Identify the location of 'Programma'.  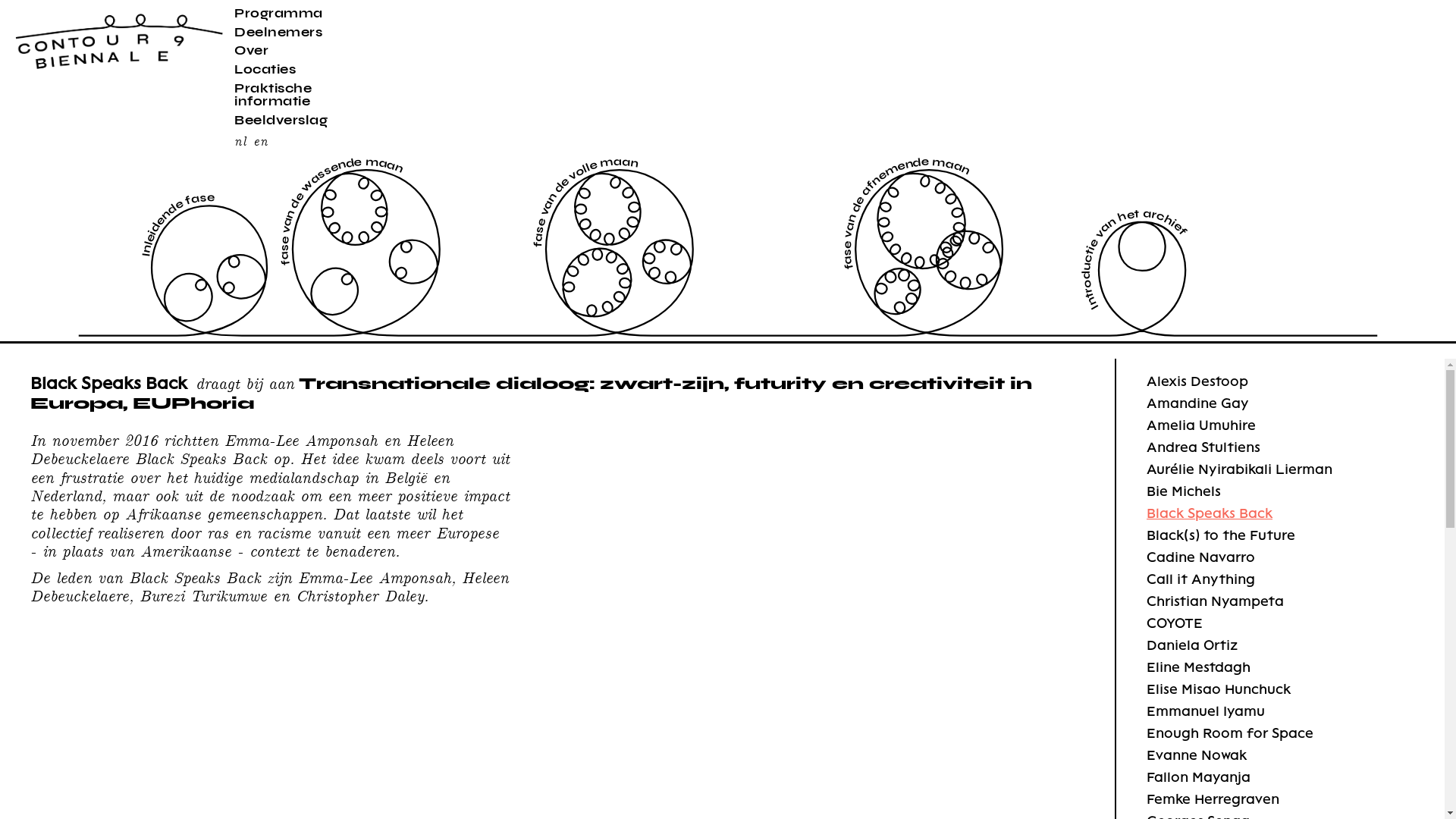
(278, 12).